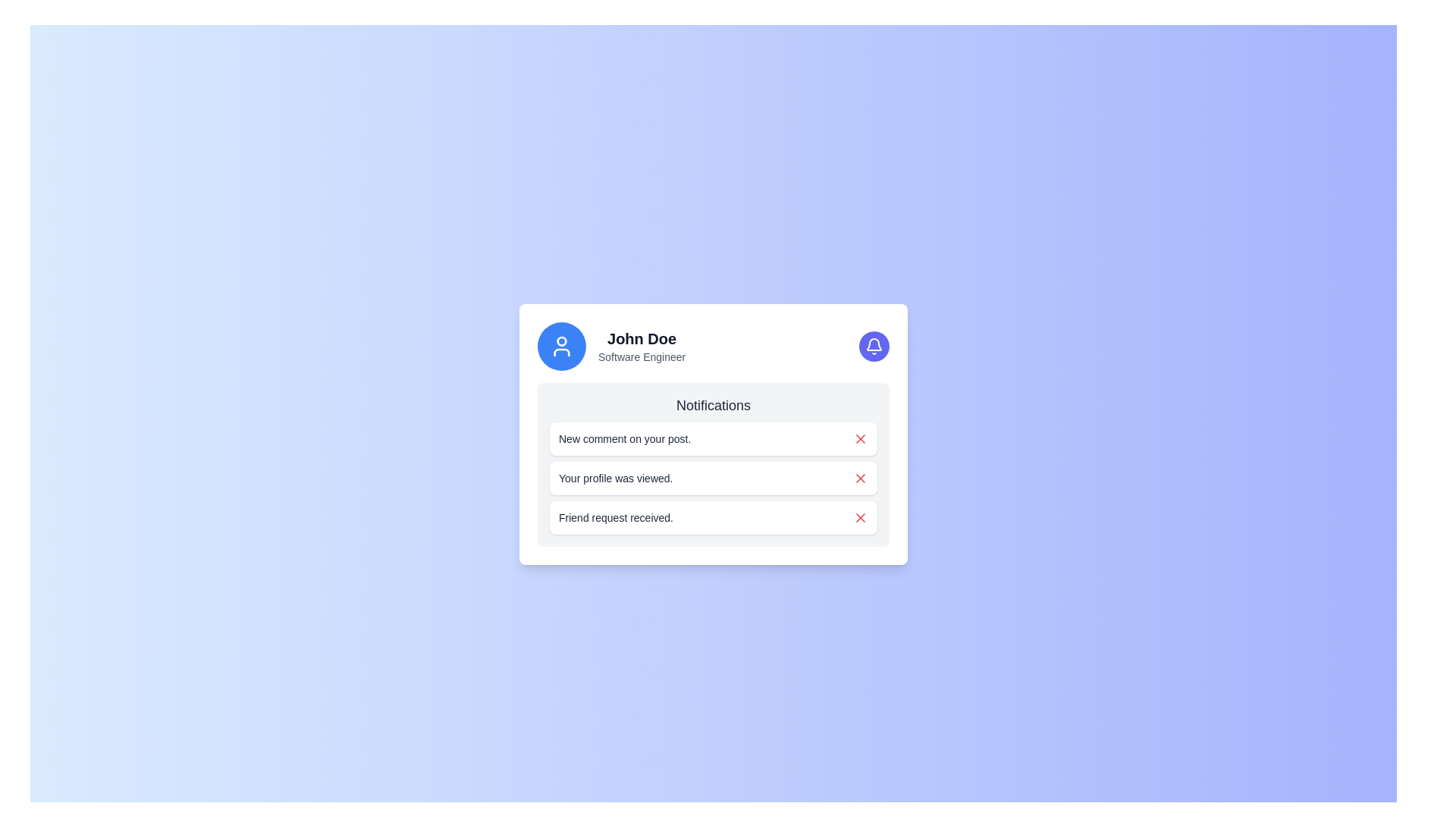 The image size is (1456, 819). What do you see at coordinates (860, 479) in the screenshot?
I see `the red-colored close button next to the text 'Your profile was viewed.'` at bounding box center [860, 479].